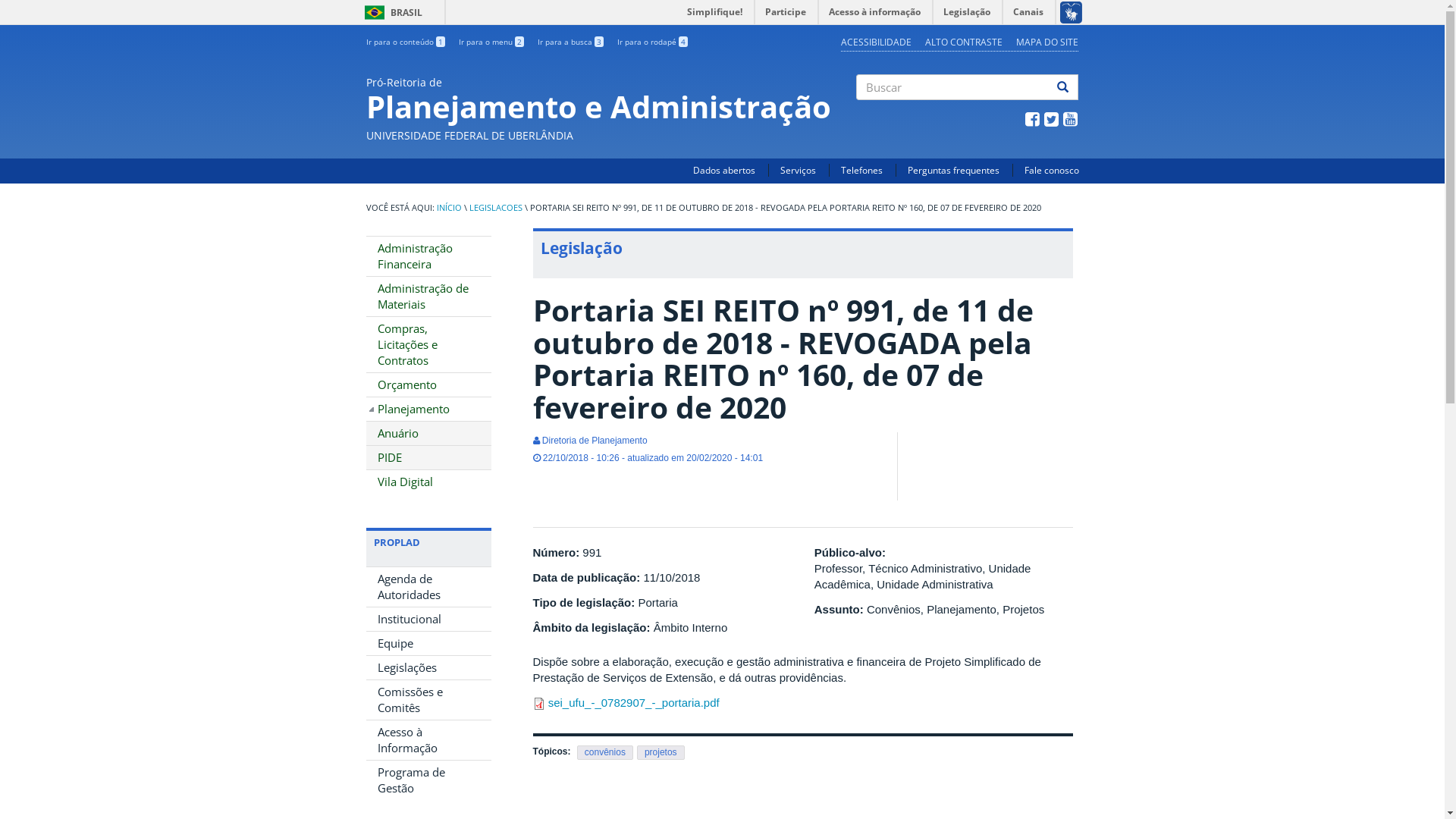 The width and height of the screenshot is (1456, 819). What do you see at coordinates (427, 482) in the screenshot?
I see `'Vila Digital'` at bounding box center [427, 482].